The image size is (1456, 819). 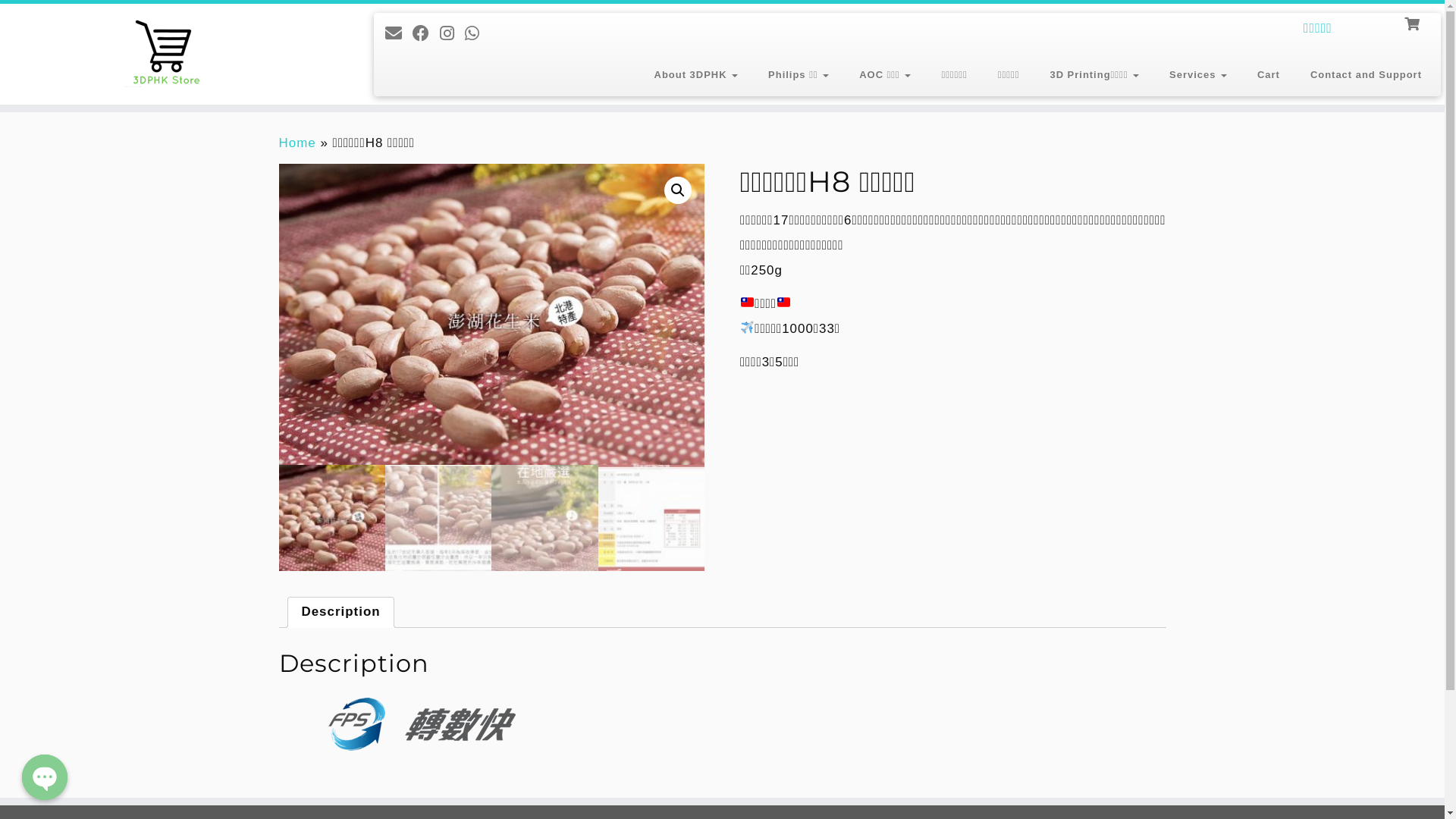 I want to click on 'Follow me on Facebook', so click(x=425, y=33).